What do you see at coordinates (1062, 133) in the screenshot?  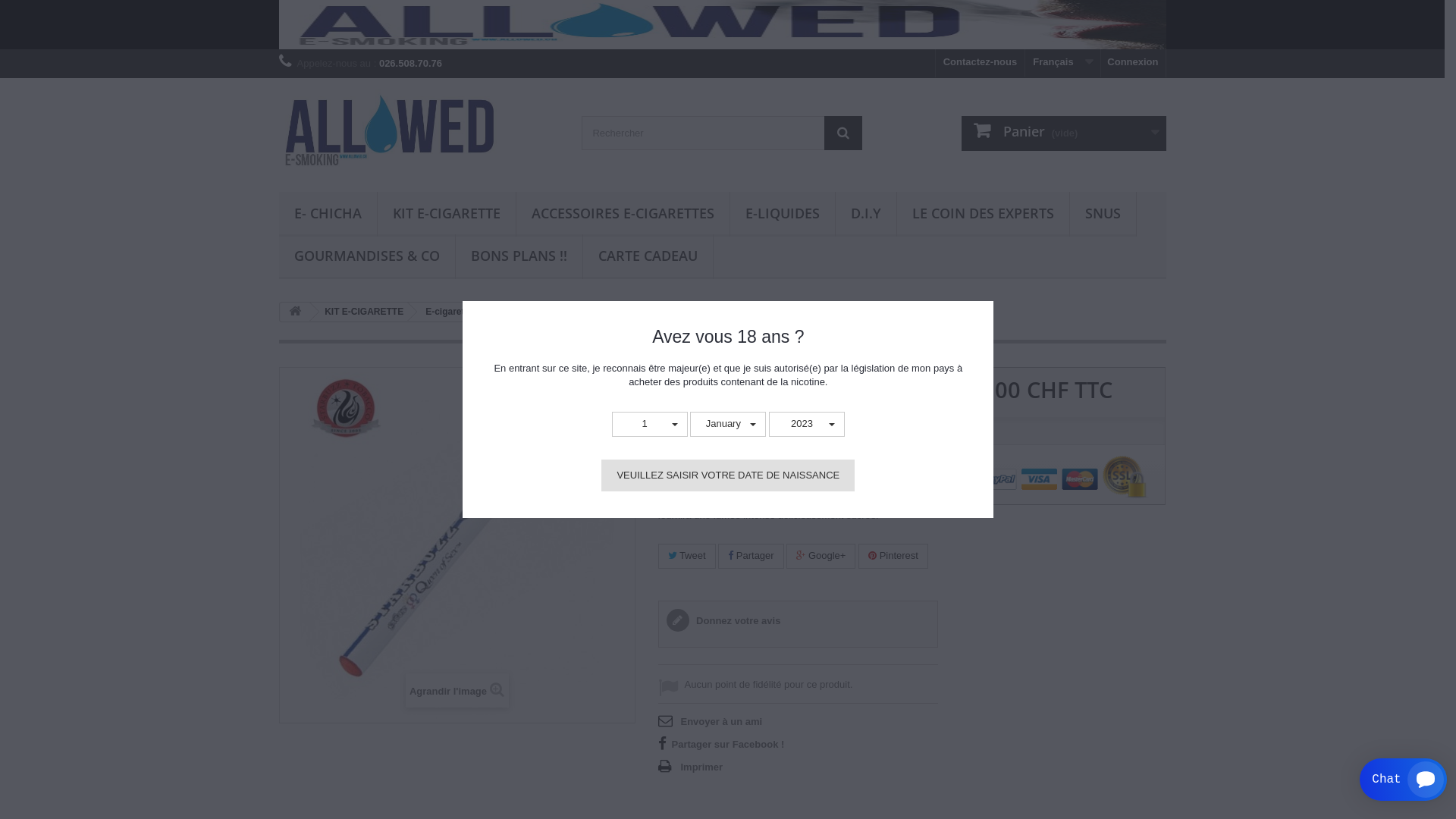 I see `'Panier (vide)'` at bounding box center [1062, 133].